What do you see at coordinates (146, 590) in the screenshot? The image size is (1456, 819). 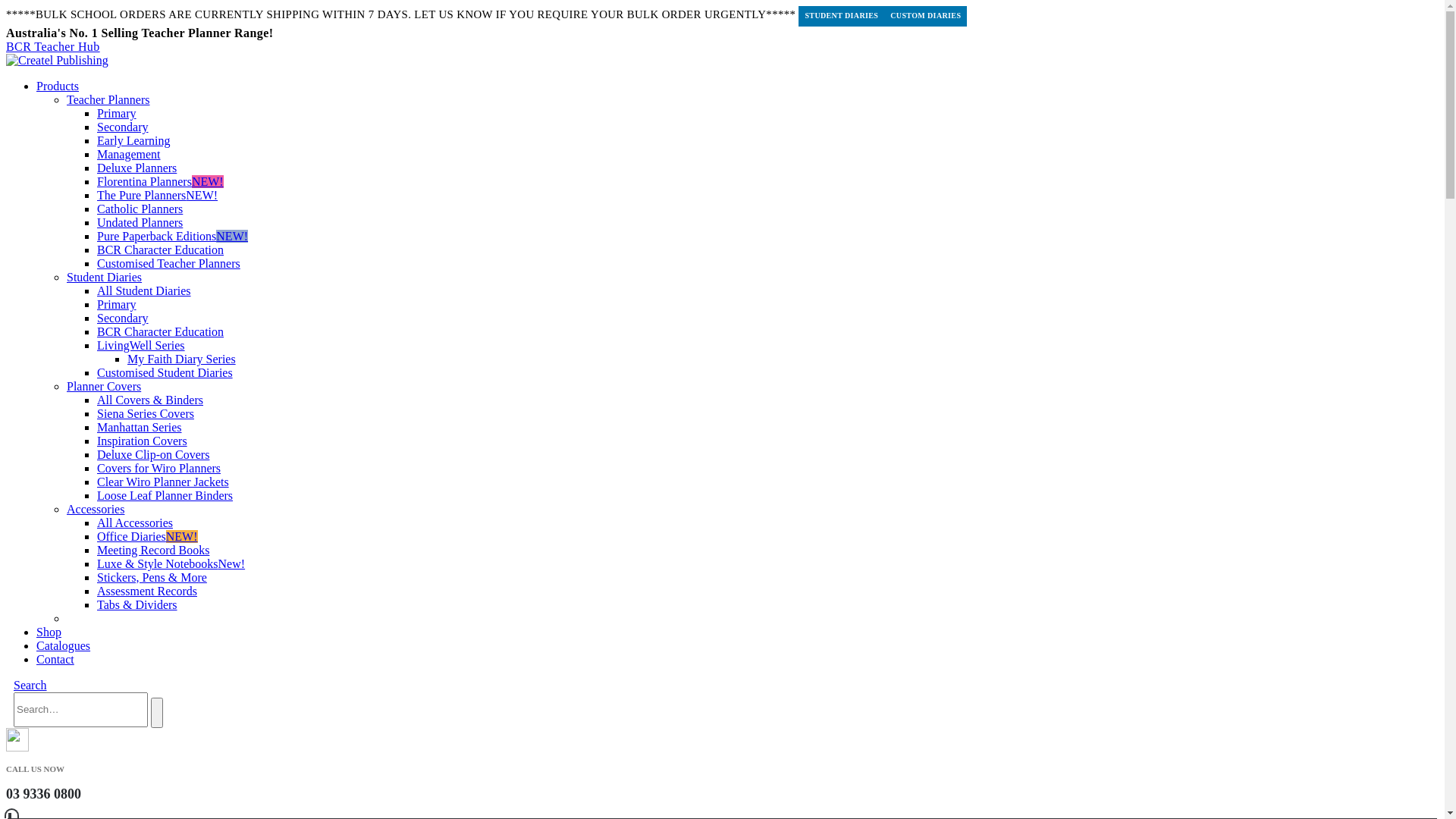 I see `'Assessment Records'` at bounding box center [146, 590].